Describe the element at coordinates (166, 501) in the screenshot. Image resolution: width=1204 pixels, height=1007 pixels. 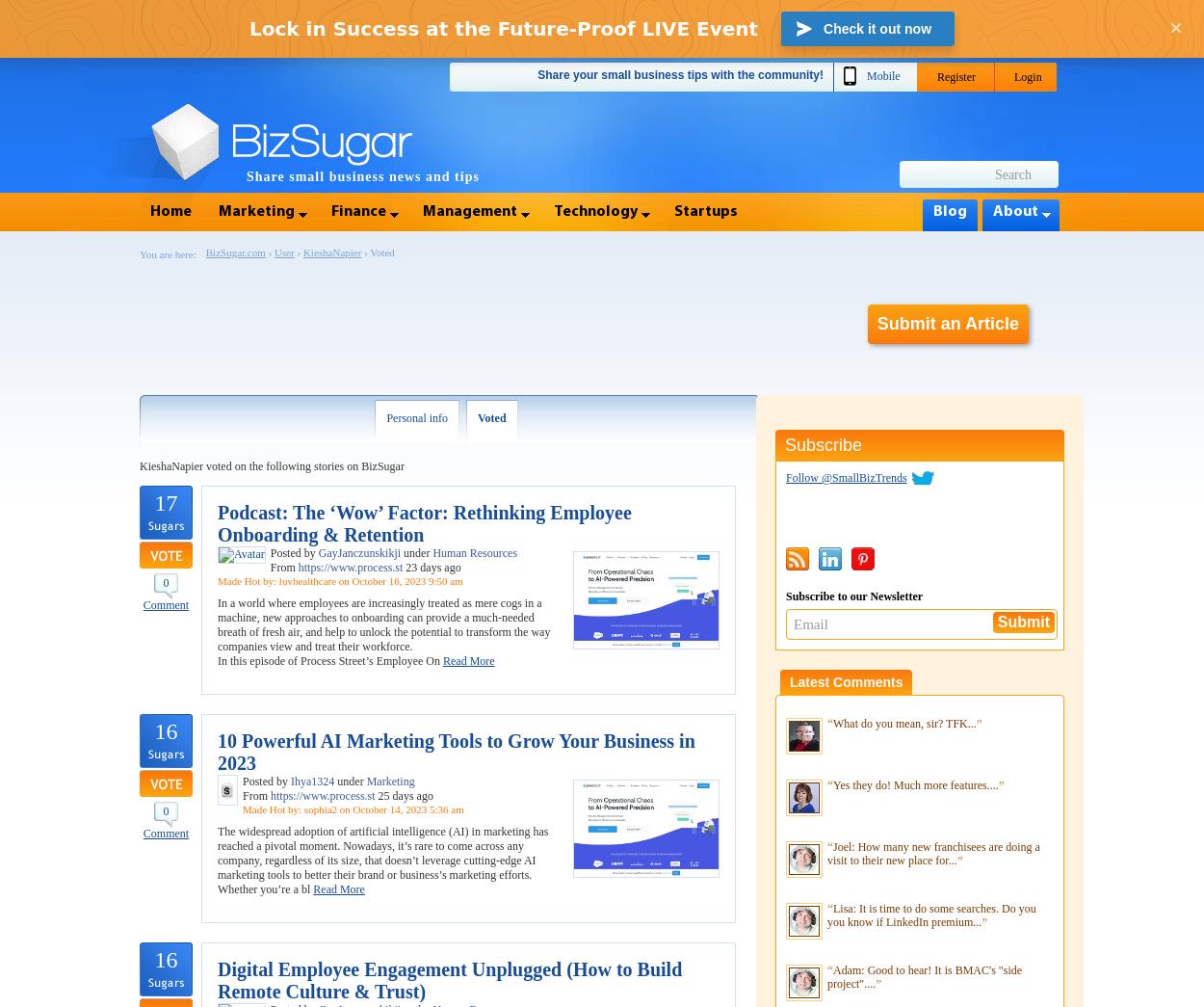
I see `'17'` at that location.